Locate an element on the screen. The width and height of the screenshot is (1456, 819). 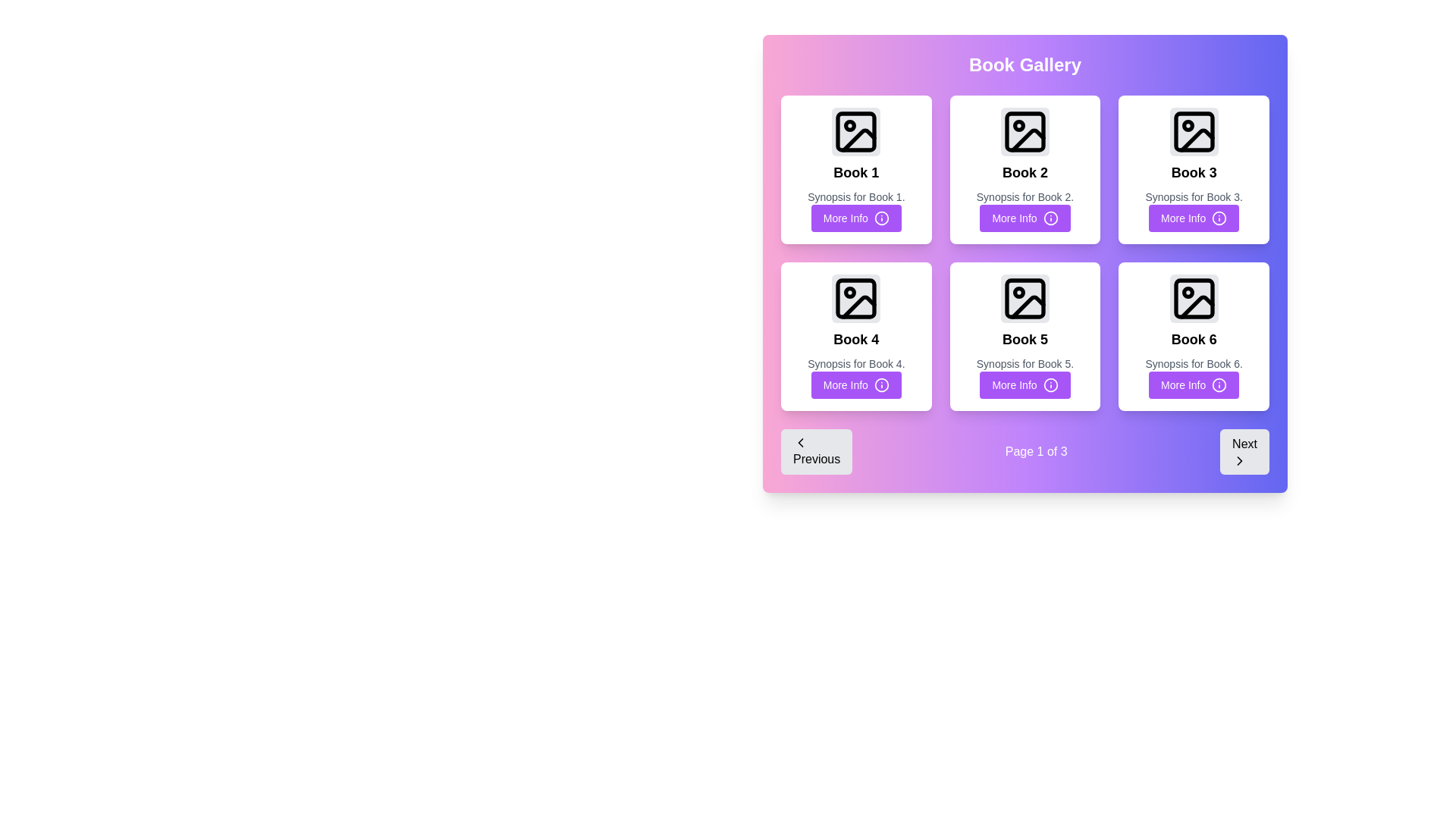
the text label that provides a description for 'Book 6' located below the title and above the 'More Info' button to read details is located at coordinates (1193, 363).